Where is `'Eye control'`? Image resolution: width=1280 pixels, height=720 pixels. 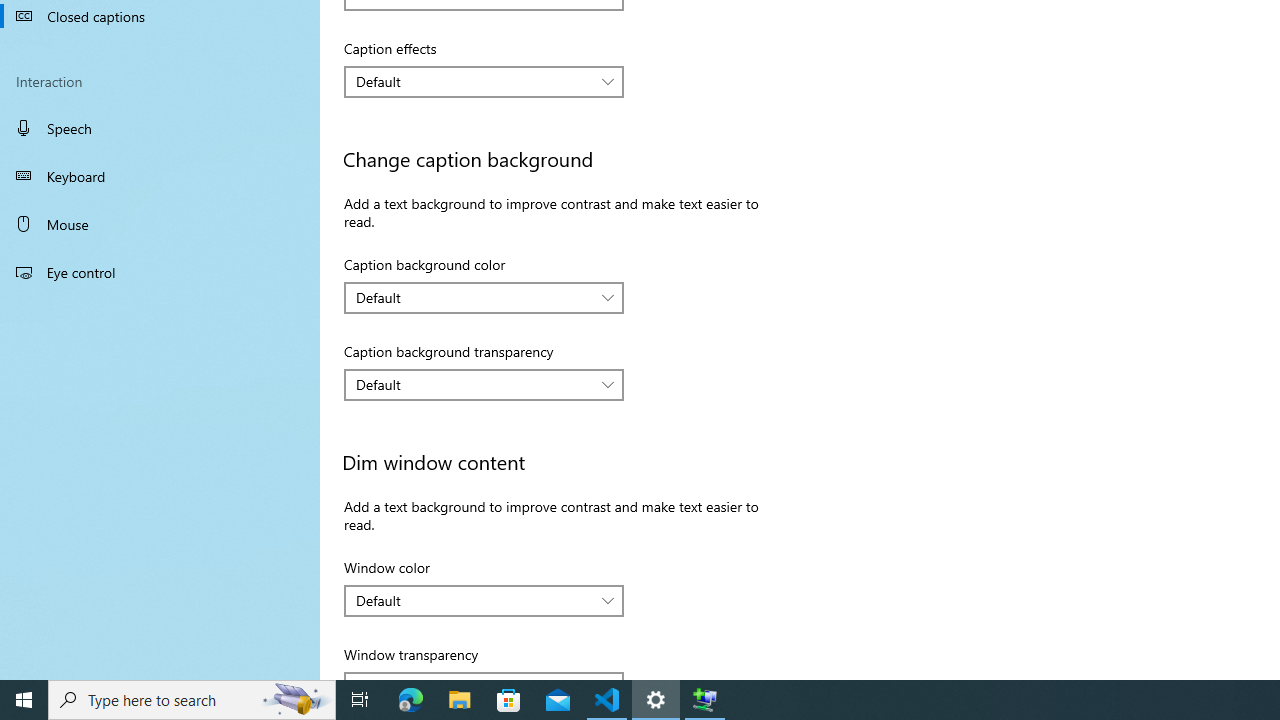 'Eye control' is located at coordinates (160, 271).